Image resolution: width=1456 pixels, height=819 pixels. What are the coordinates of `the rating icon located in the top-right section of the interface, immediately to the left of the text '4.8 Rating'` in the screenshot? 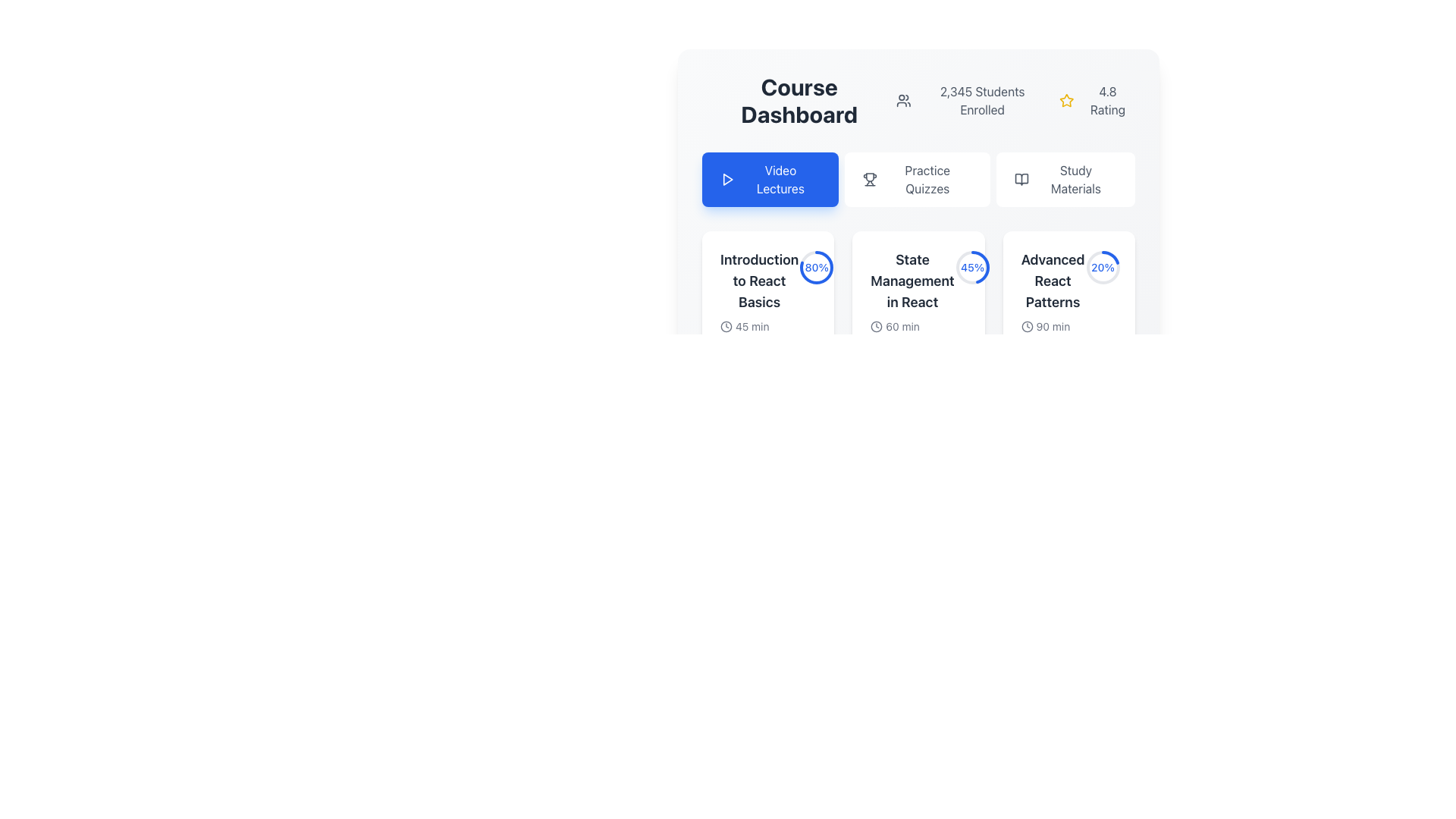 It's located at (1065, 100).